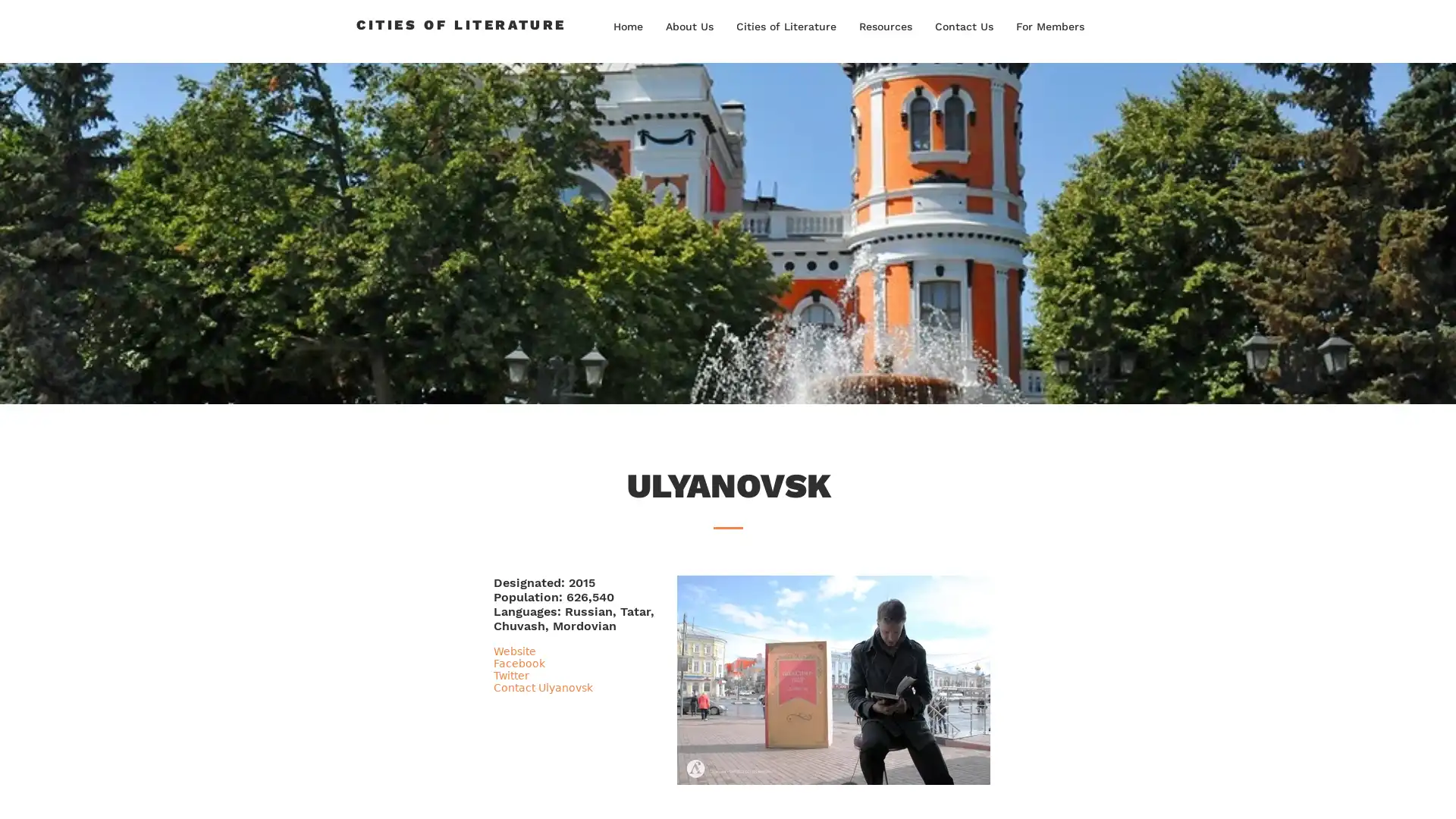  I want to click on Cookie Settings, so click(1291, 792).